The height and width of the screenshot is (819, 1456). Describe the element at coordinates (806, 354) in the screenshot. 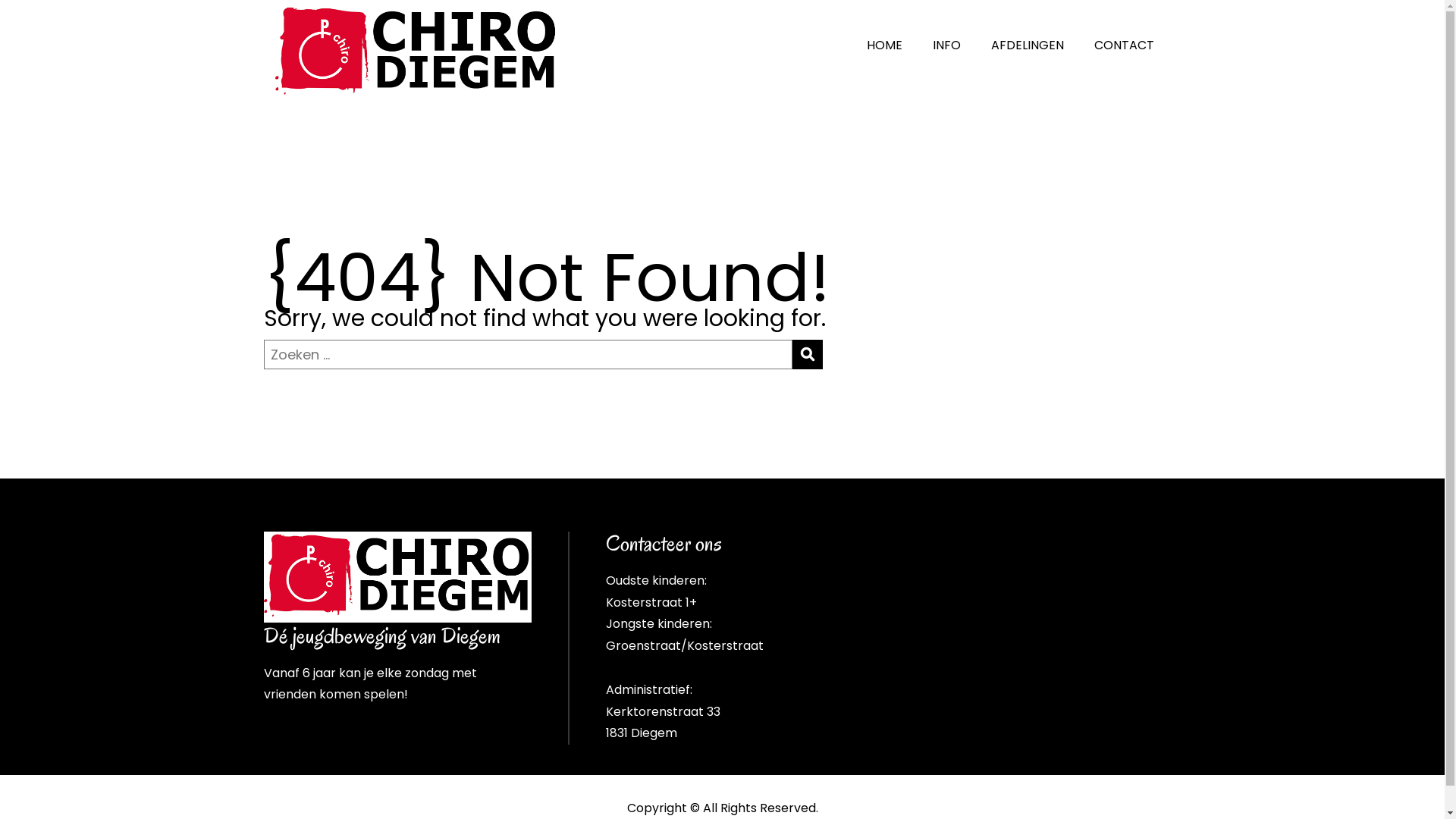

I see `'Search'` at that location.